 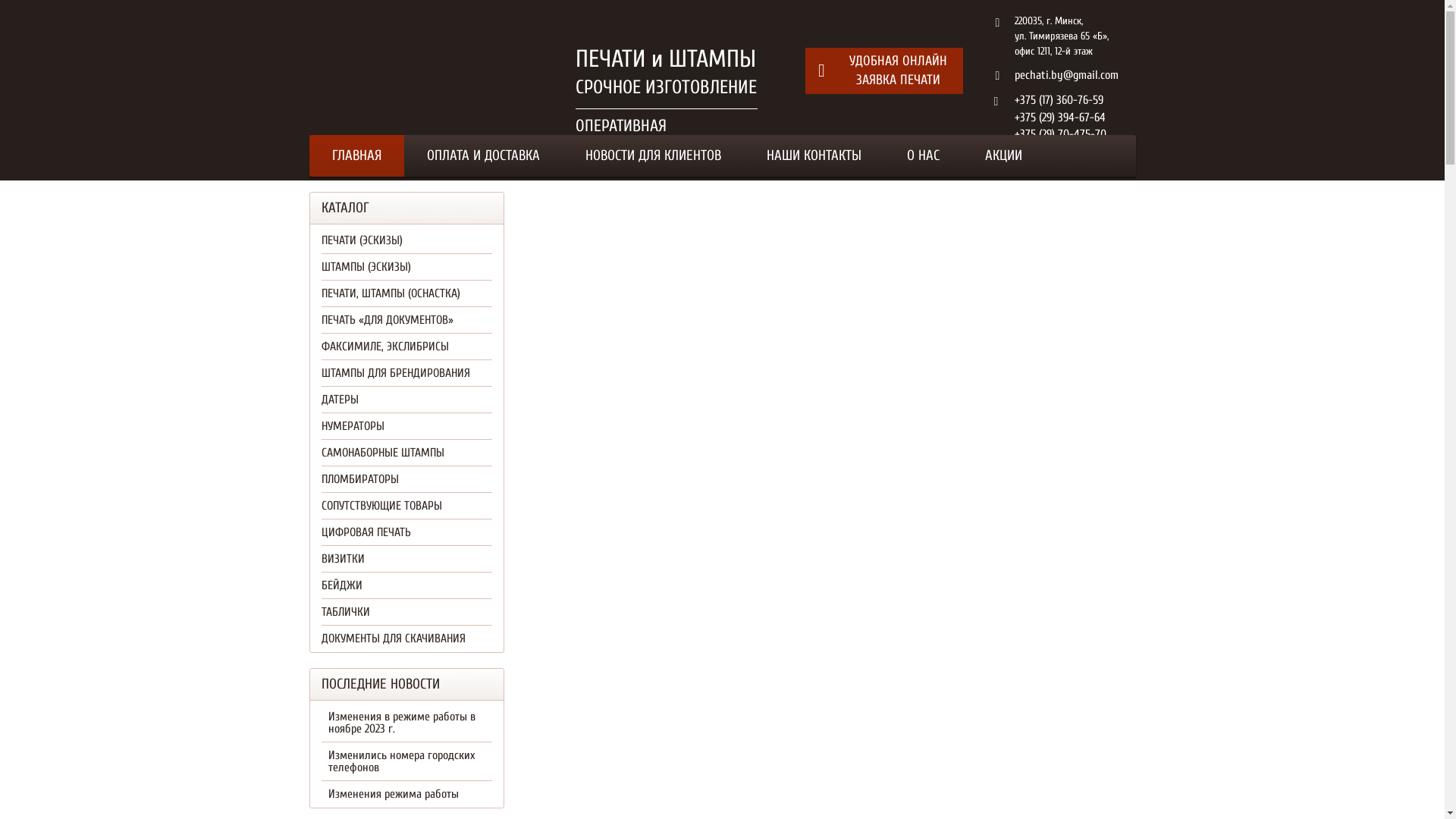 I want to click on '+375 (29) 70-475-70', so click(x=1015, y=133).